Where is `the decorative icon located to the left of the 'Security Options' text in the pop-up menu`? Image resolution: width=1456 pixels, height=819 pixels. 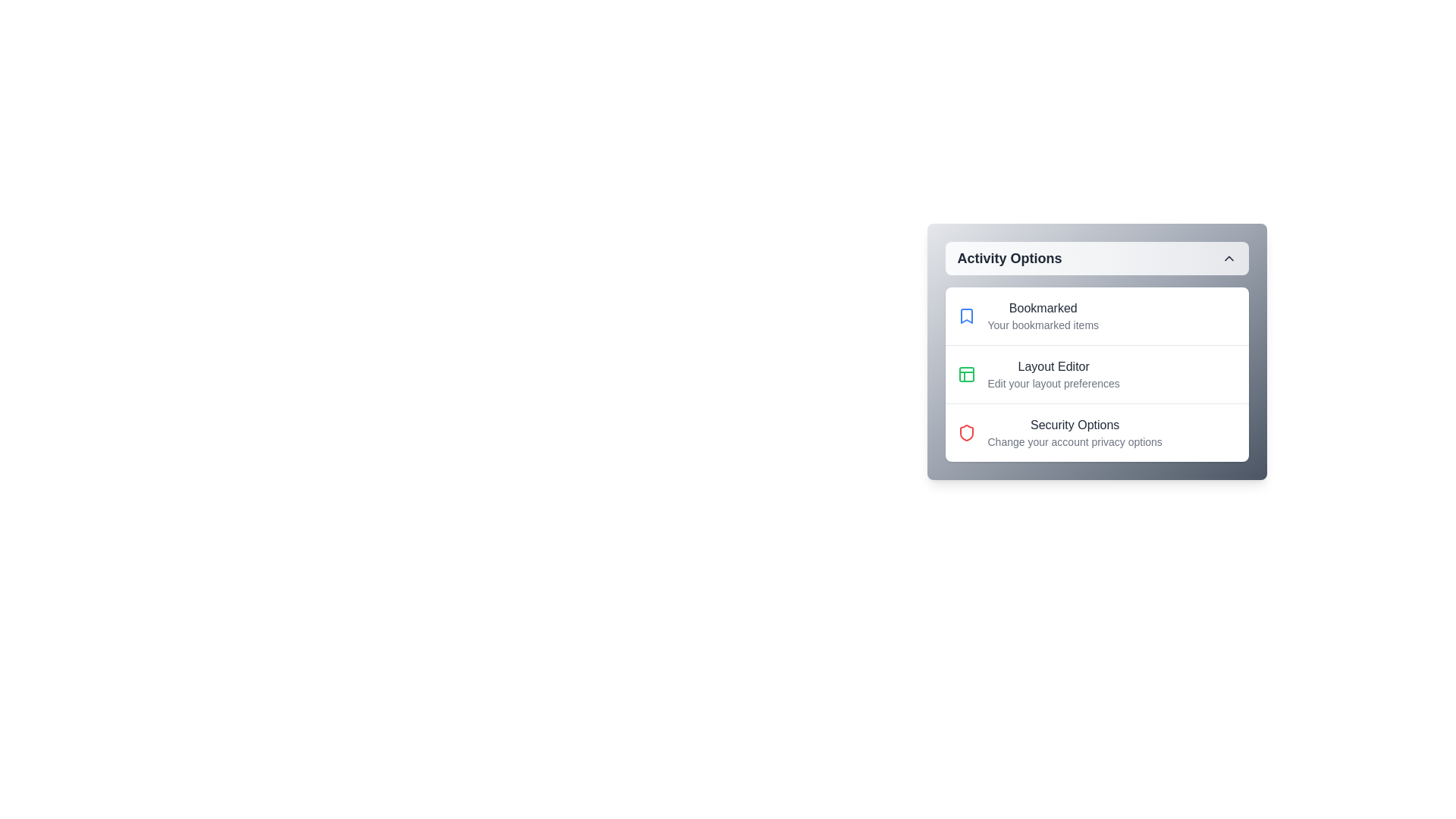
the decorative icon located to the left of the 'Security Options' text in the pop-up menu is located at coordinates (965, 432).